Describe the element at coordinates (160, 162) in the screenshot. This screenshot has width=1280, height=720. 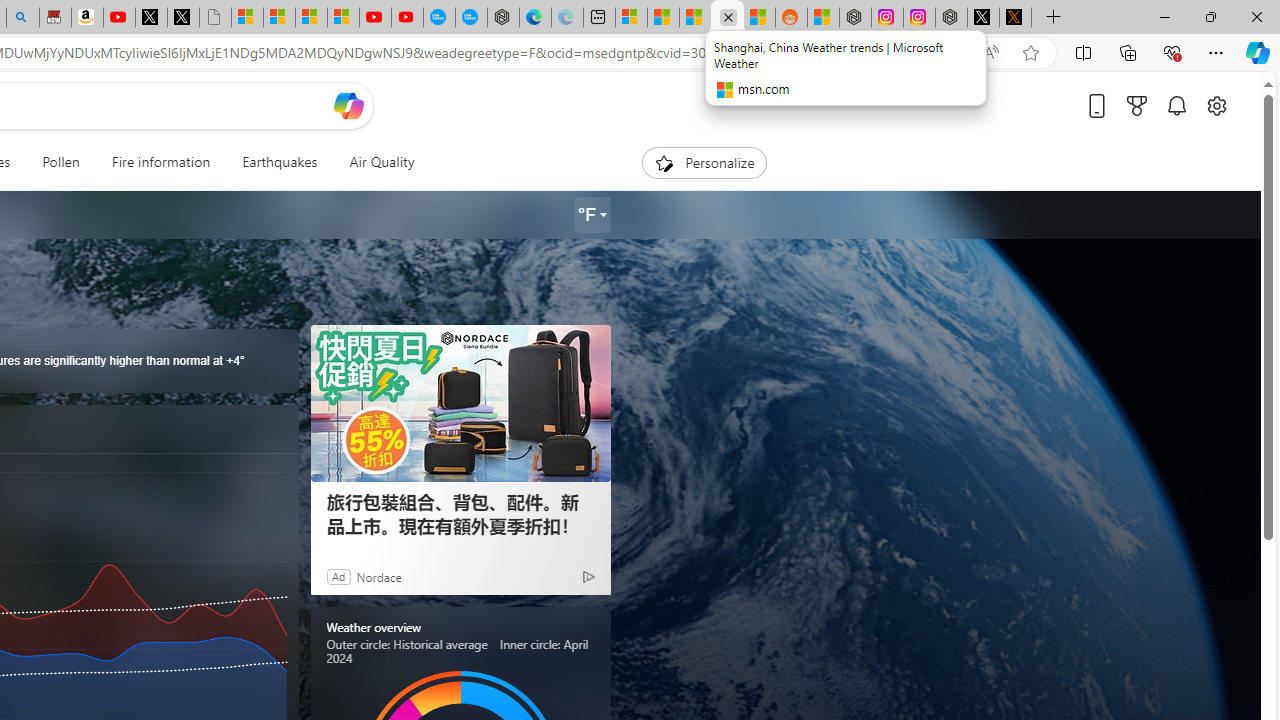
I see `'Fire information'` at that location.